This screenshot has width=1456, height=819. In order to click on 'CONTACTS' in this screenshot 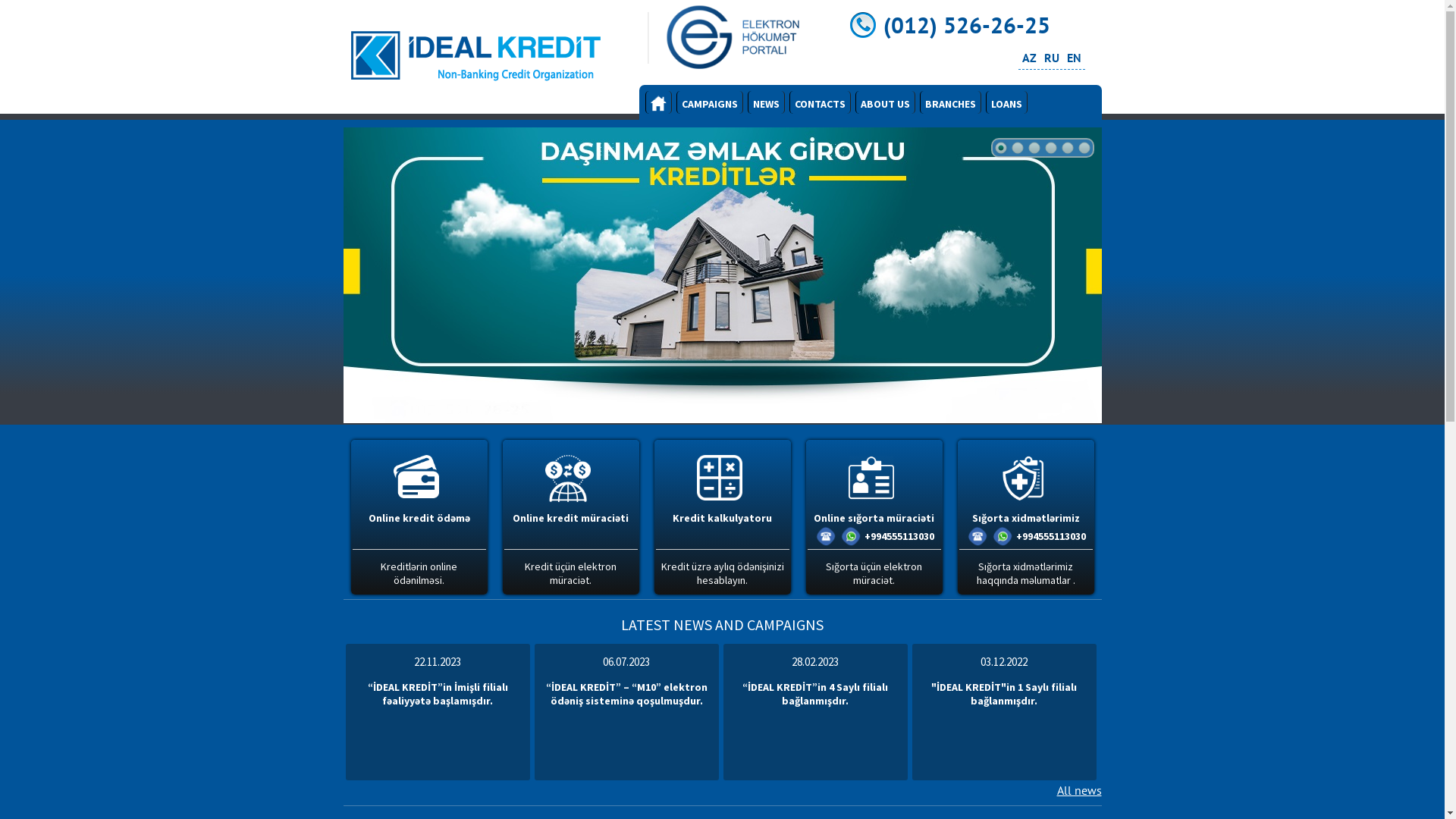, I will do `click(818, 102)`.